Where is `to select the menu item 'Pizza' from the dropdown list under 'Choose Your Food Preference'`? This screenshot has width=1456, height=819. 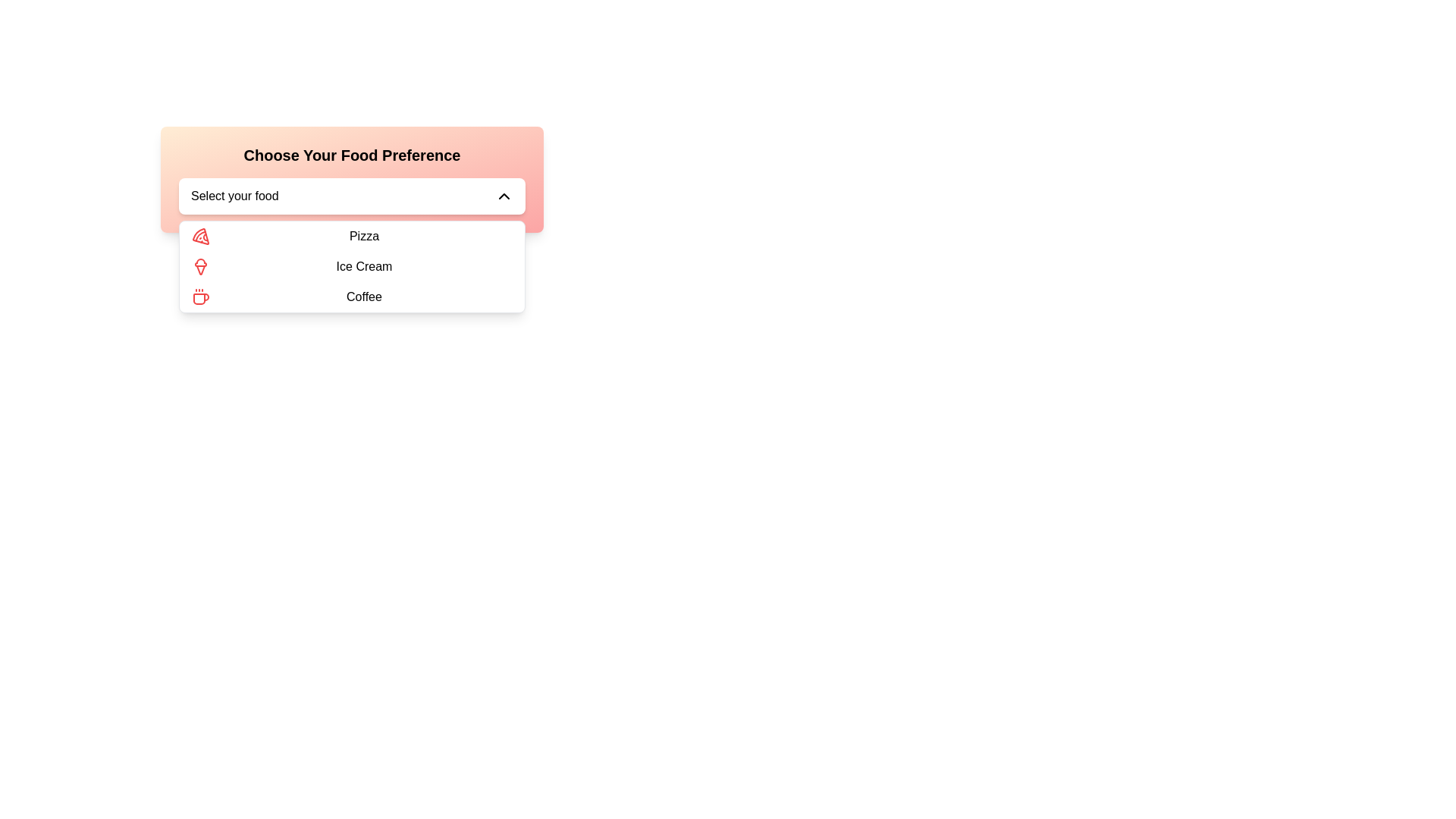
to select the menu item 'Pizza' from the dropdown list under 'Choose Your Food Preference' is located at coordinates (351, 237).